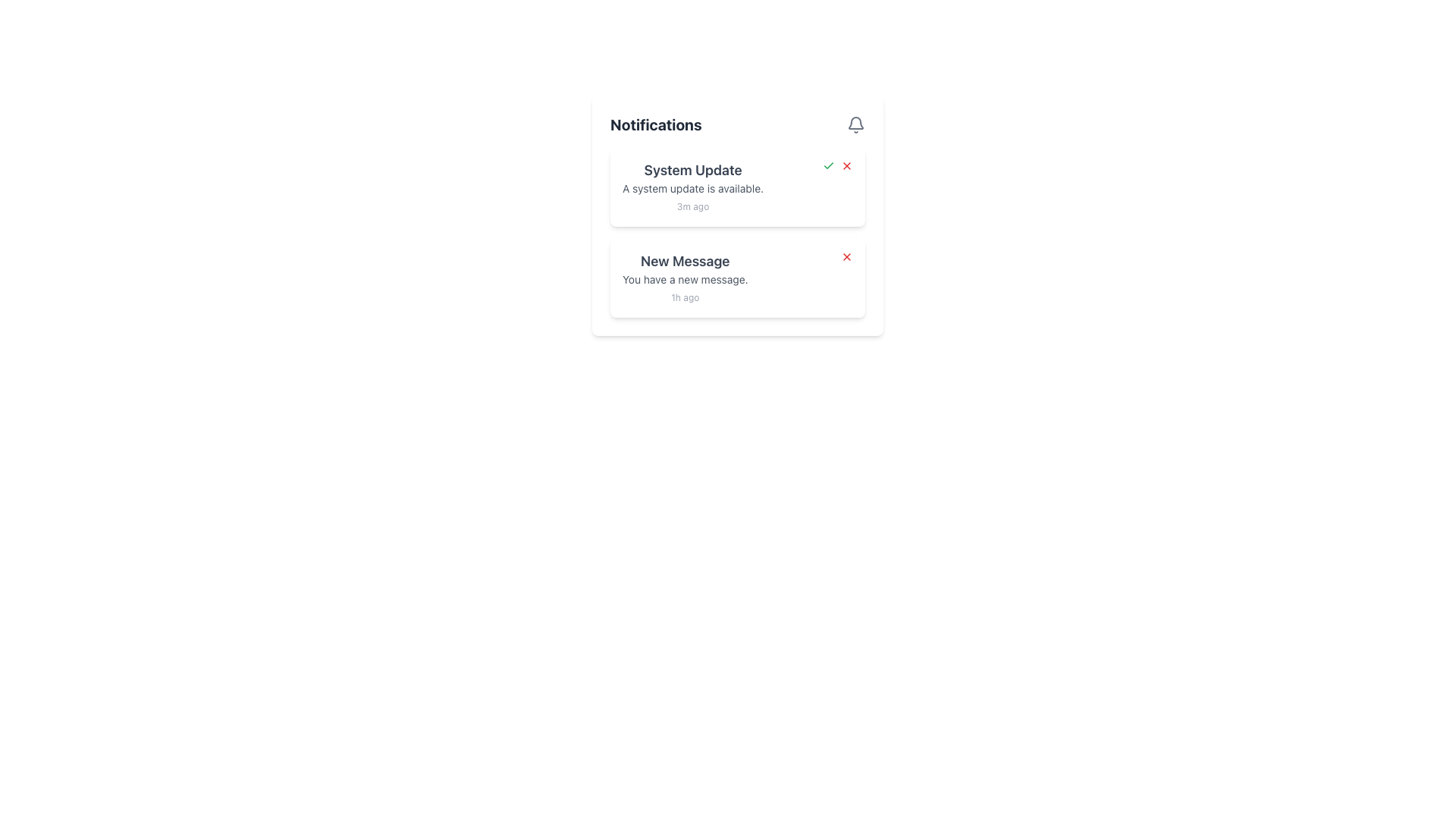  What do you see at coordinates (692, 206) in the screenshot?
I see `timestamp text label displaying '3m ago', which is styled subtly in light gray and located below the notification's title and message` at bounding box center [692, 206].